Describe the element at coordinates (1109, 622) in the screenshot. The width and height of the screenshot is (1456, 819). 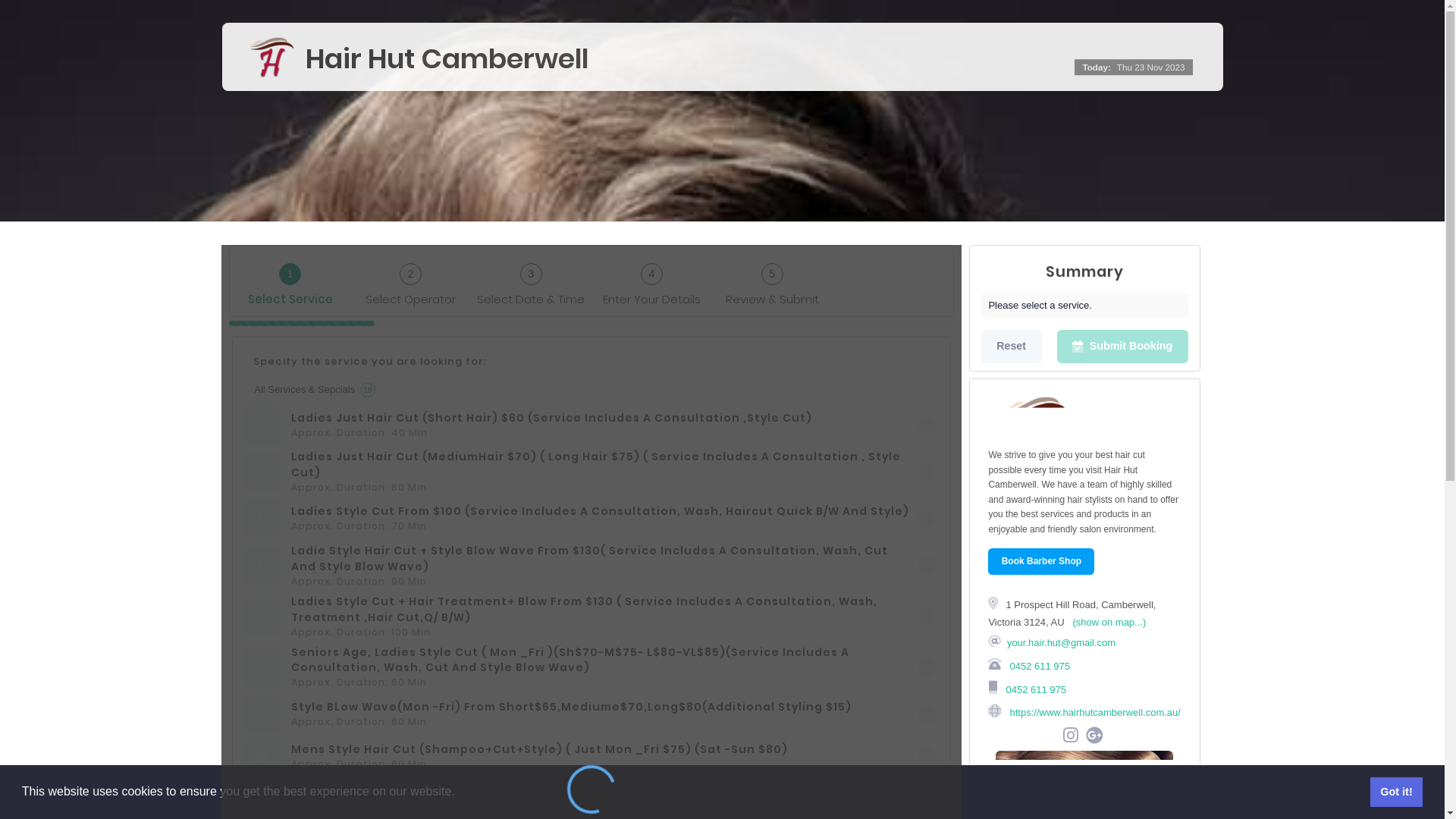
I see `'(show on map...)'` at that location.